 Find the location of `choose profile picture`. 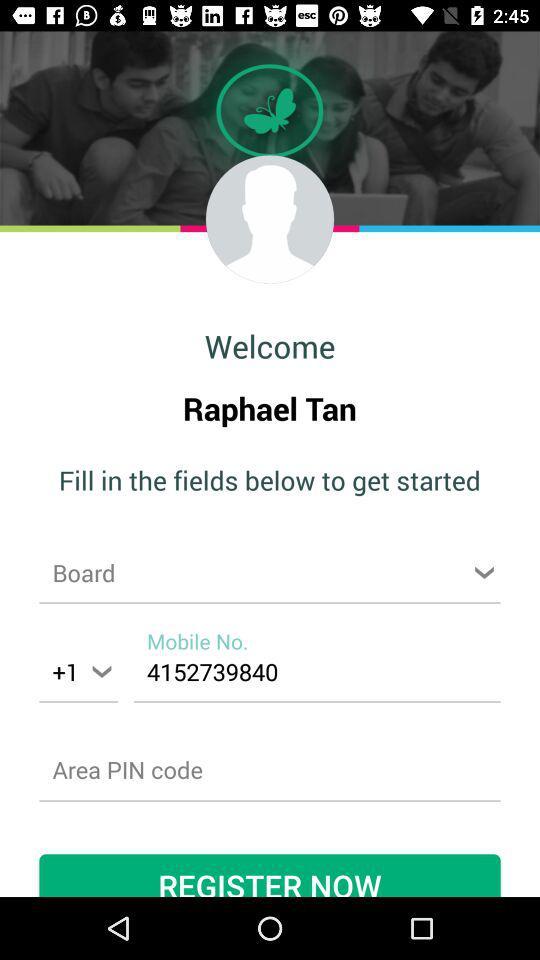

choose profile picture is located at coordinates (270, 219).